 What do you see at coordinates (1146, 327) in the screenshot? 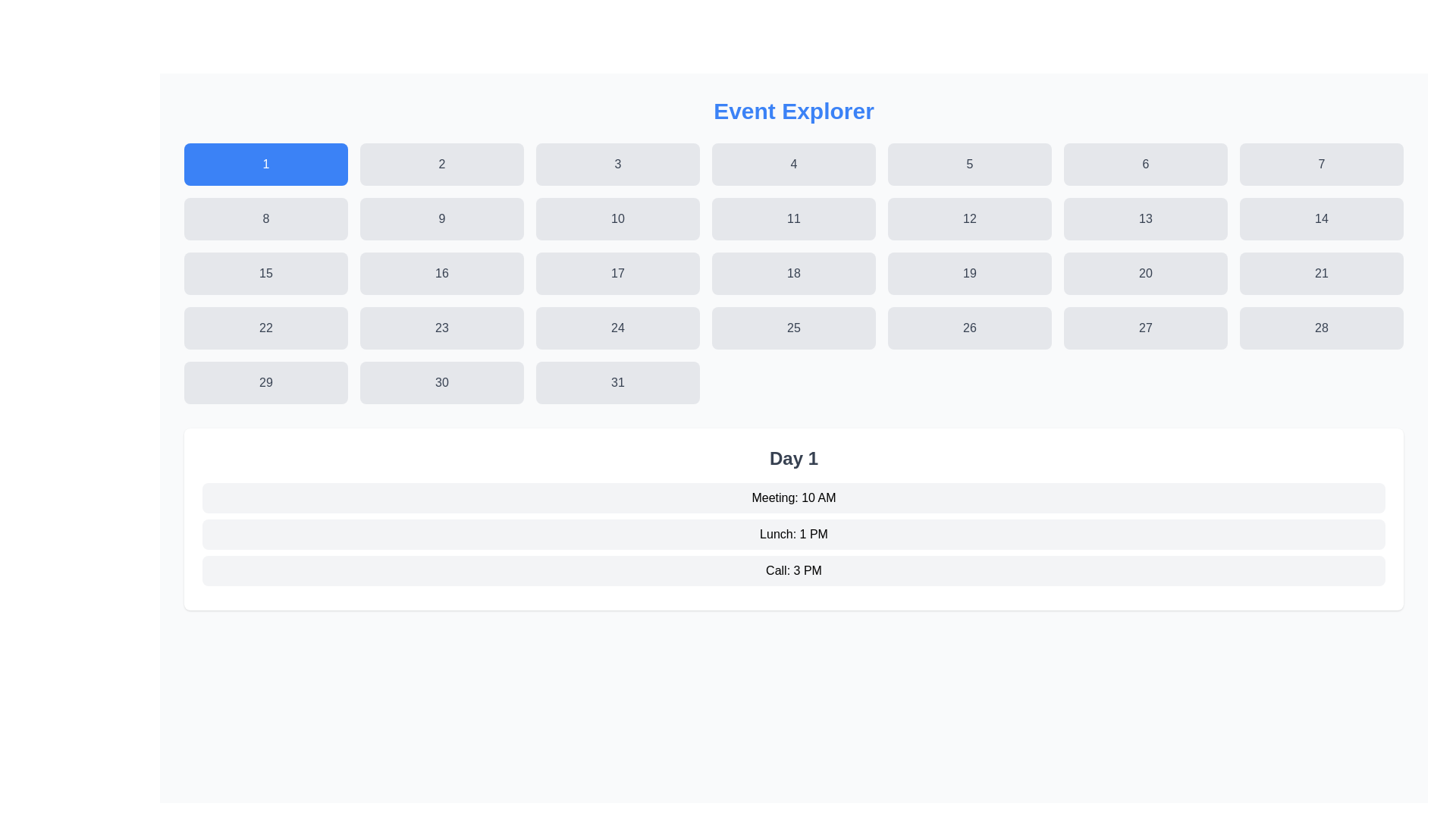
I see `the rounded rectangular button with a light gray background and bold dark gray text labeled '27'` at bounding box center [1146, 327].